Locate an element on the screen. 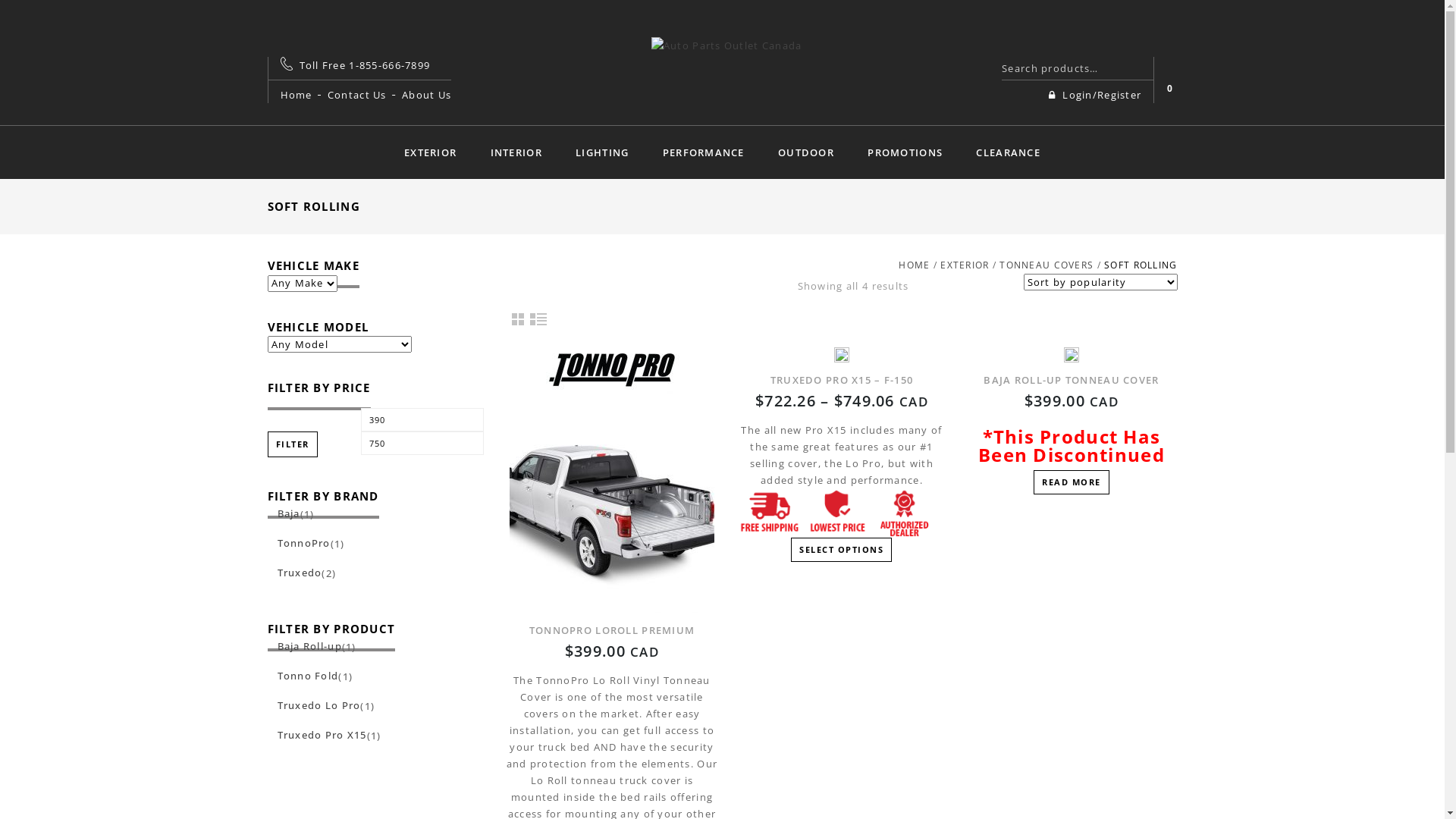 The width and height of the screenshot is (1456, 819). 'HOME' is located at coordinates (913, 264).